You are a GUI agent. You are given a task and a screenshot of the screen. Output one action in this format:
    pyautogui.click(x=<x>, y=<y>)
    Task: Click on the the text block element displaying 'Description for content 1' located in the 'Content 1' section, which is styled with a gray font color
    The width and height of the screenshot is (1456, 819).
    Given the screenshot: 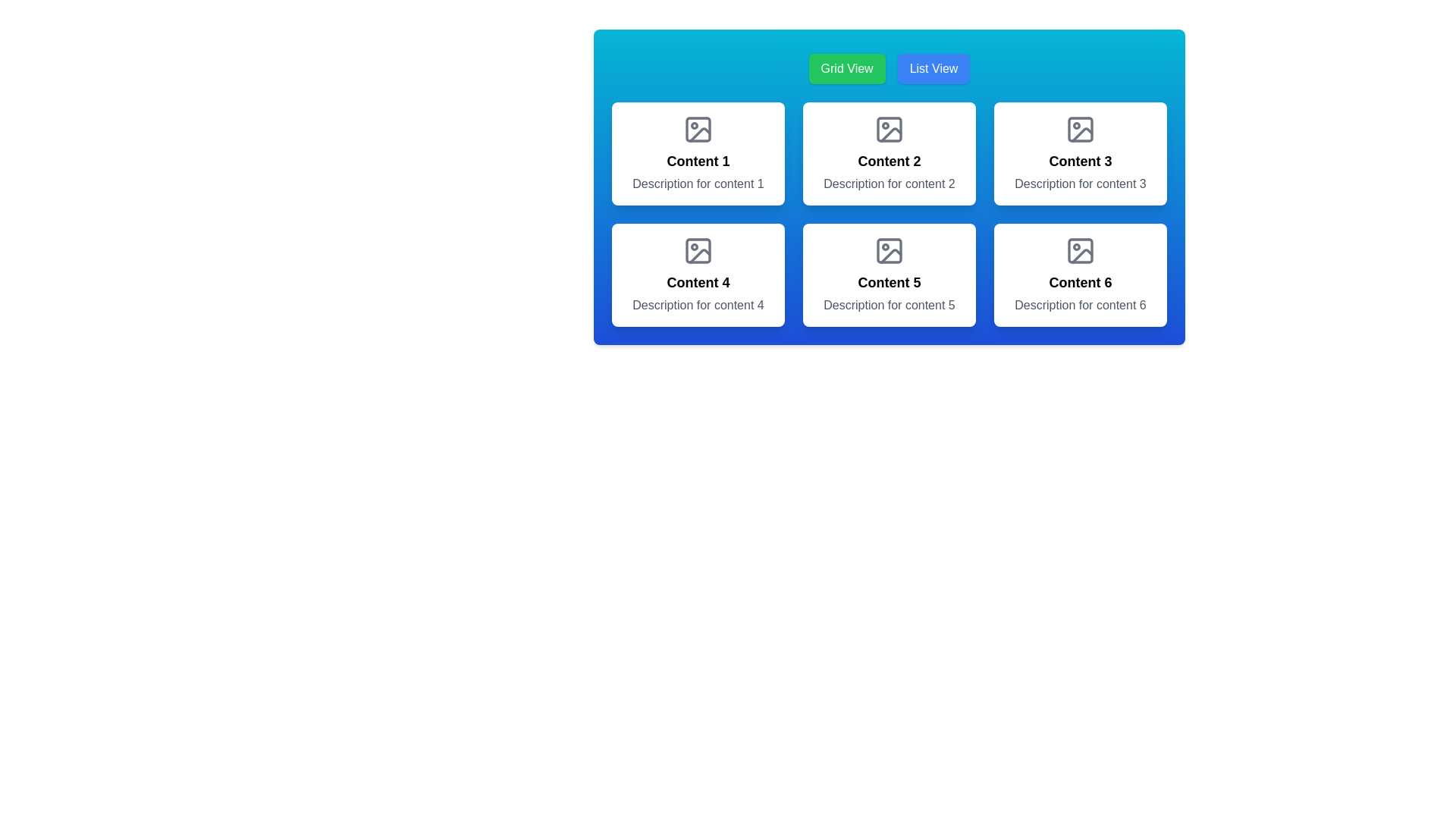 What is the action you would take?
    pyautogui.click(x=698, y=184)
    